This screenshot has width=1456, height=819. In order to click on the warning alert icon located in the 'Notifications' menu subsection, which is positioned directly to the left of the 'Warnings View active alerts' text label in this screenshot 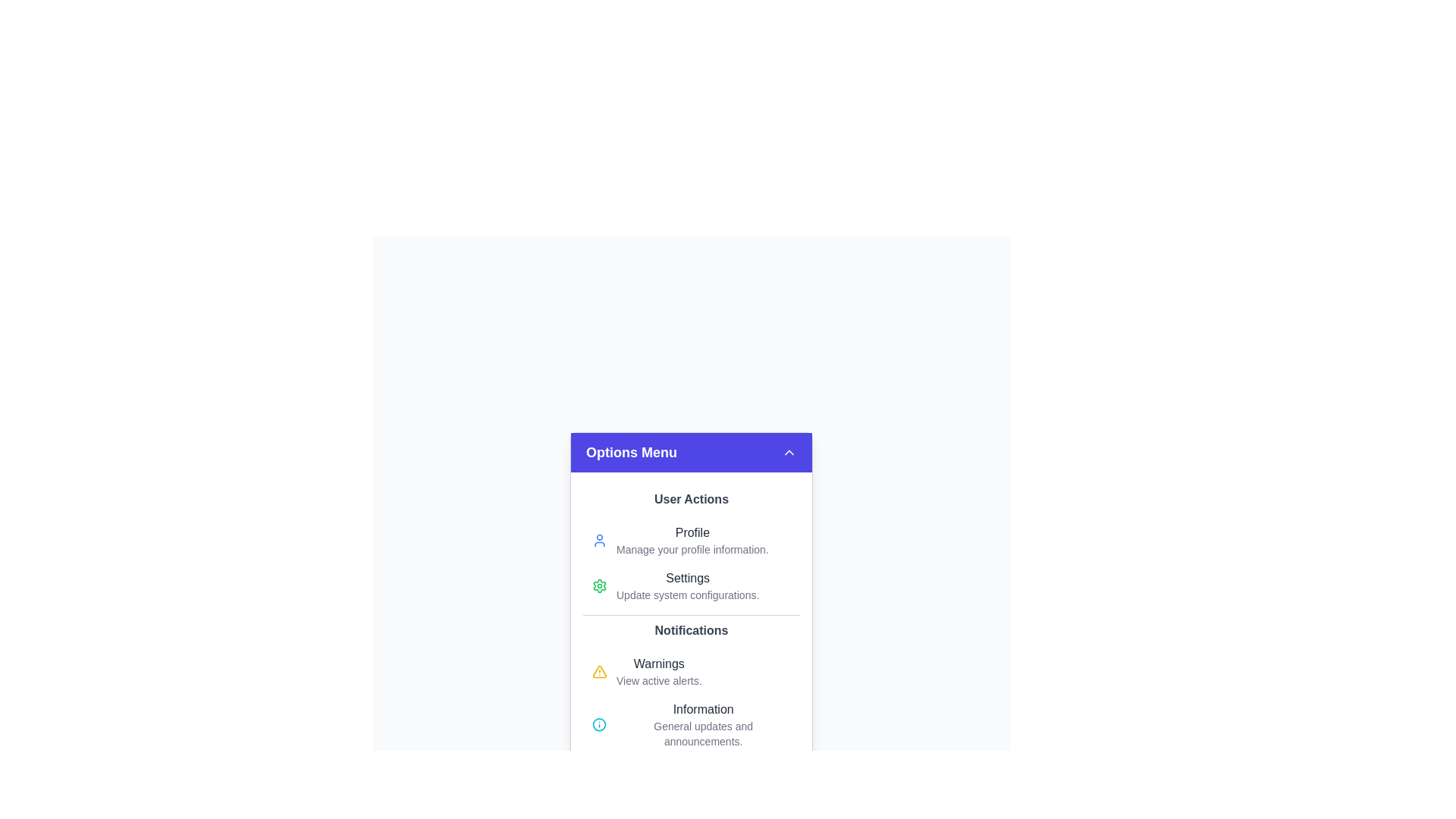, I will do `click(599, 671)`.